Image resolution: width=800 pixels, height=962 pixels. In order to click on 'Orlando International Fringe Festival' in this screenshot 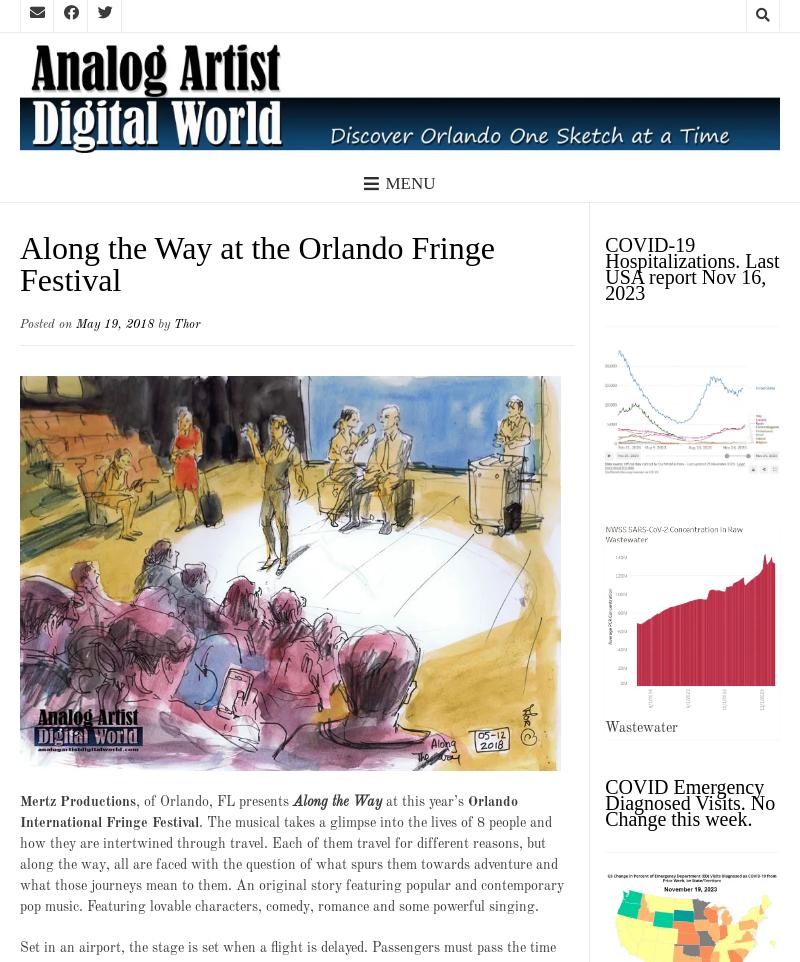, I will do `click(268, 810)`.